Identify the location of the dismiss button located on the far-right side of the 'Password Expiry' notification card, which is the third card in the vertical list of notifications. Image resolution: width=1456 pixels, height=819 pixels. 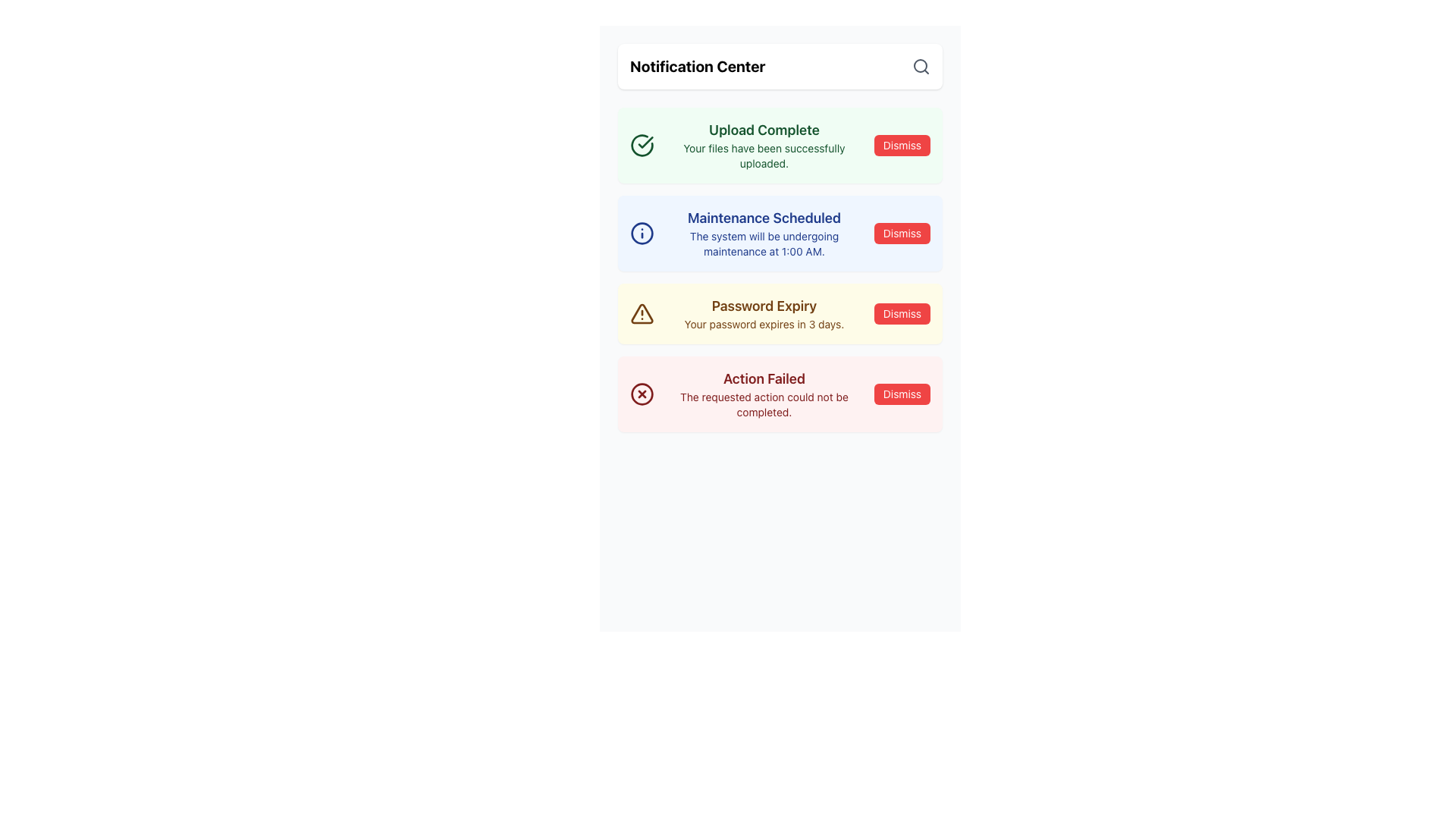
(902, 312).